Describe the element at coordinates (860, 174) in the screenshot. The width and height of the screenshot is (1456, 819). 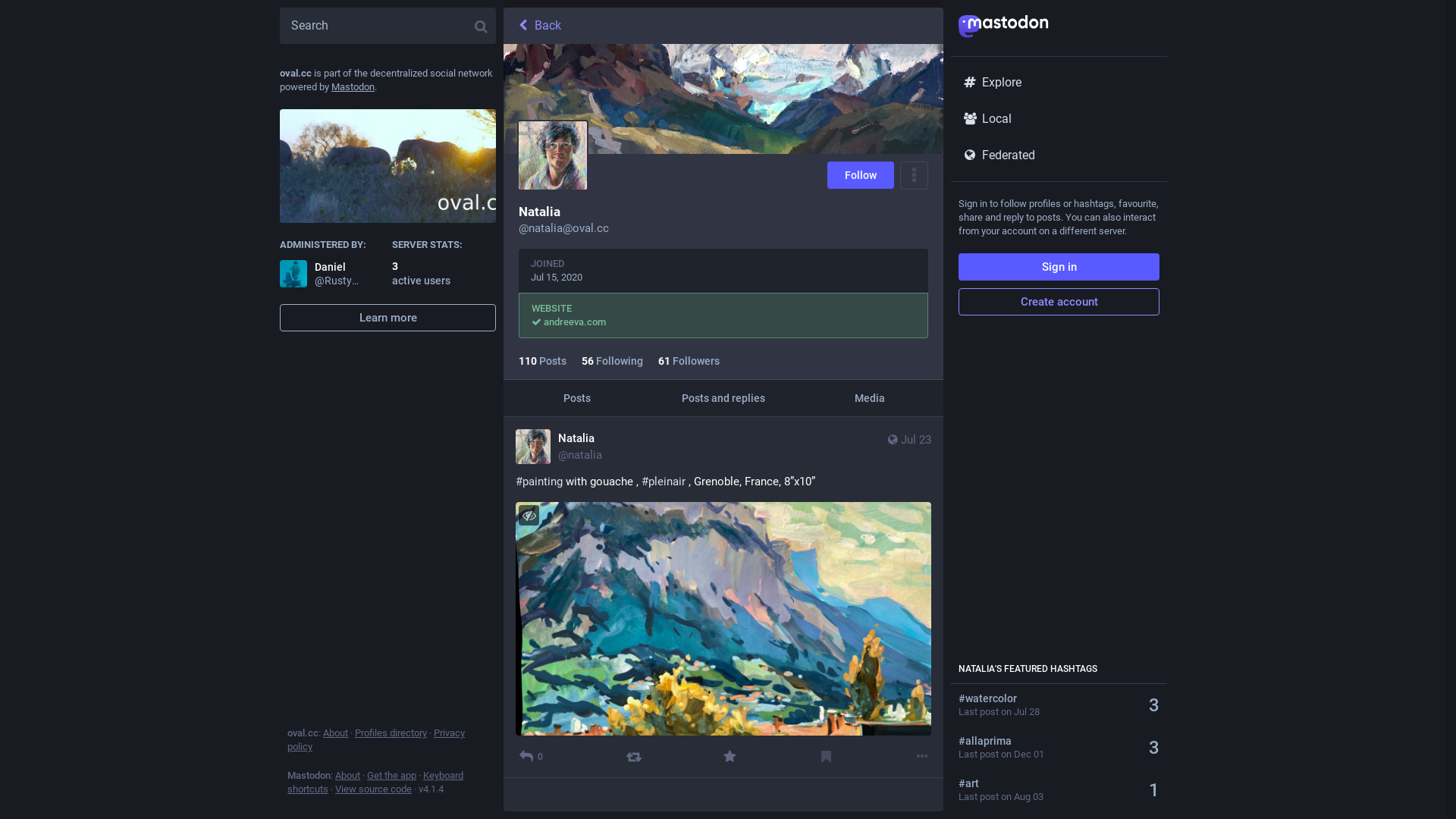
I see `'Follow'` at that location.